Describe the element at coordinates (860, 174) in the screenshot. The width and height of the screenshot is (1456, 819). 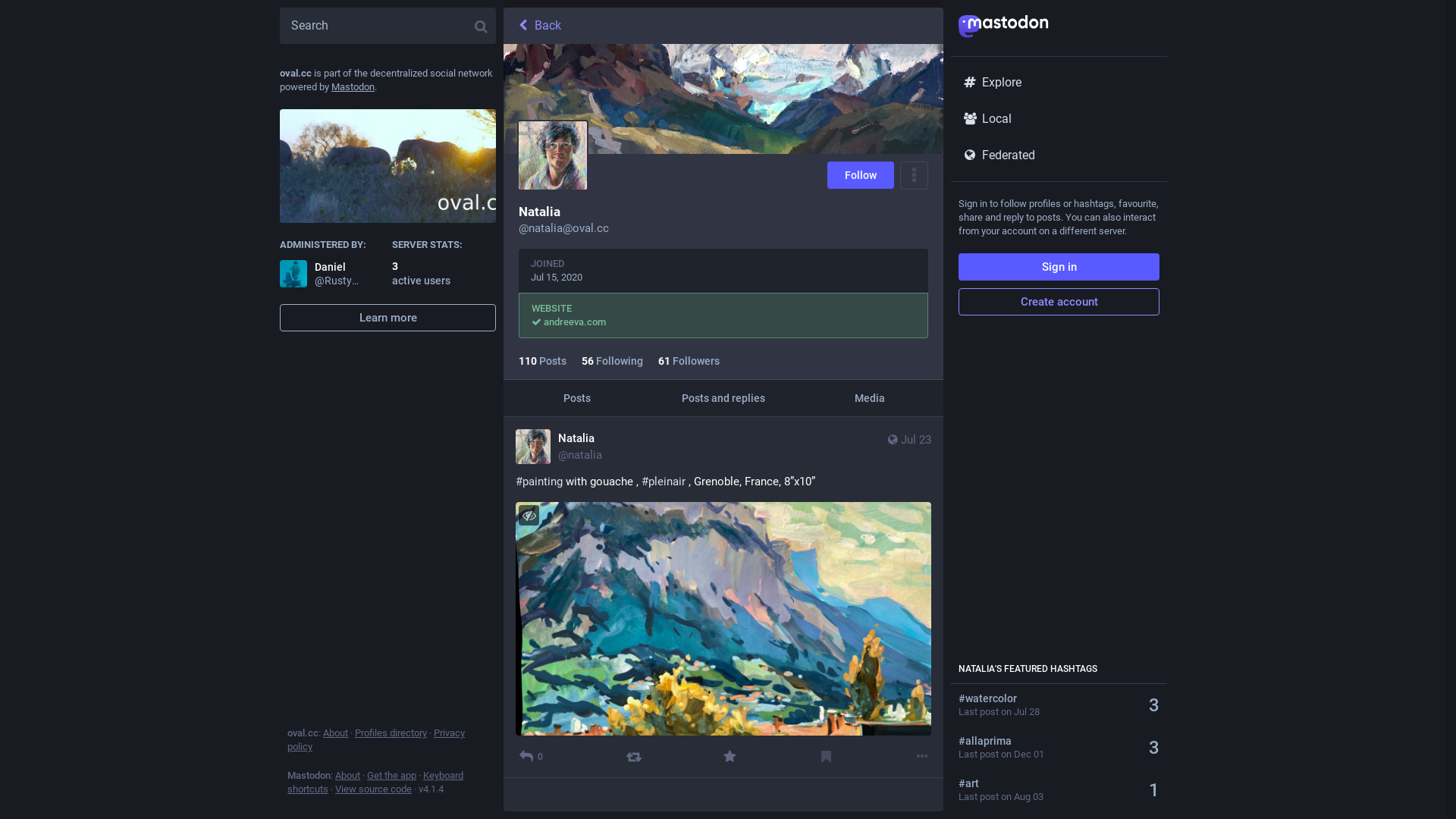
I see `'Follow'` at that location.